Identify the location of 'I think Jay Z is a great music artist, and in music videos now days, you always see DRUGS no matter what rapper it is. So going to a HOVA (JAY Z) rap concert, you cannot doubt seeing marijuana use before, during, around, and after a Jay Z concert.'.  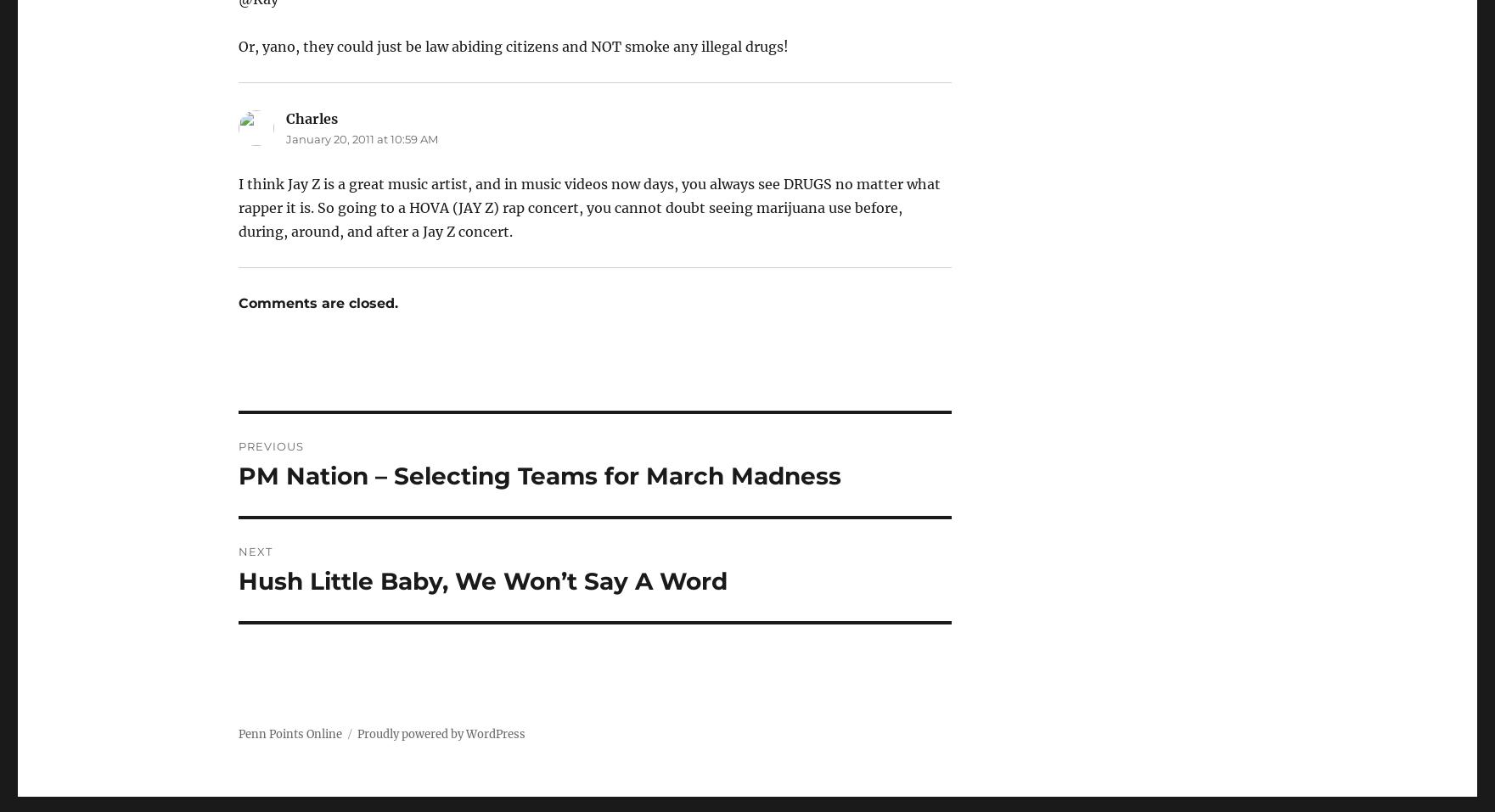
(588, 206).